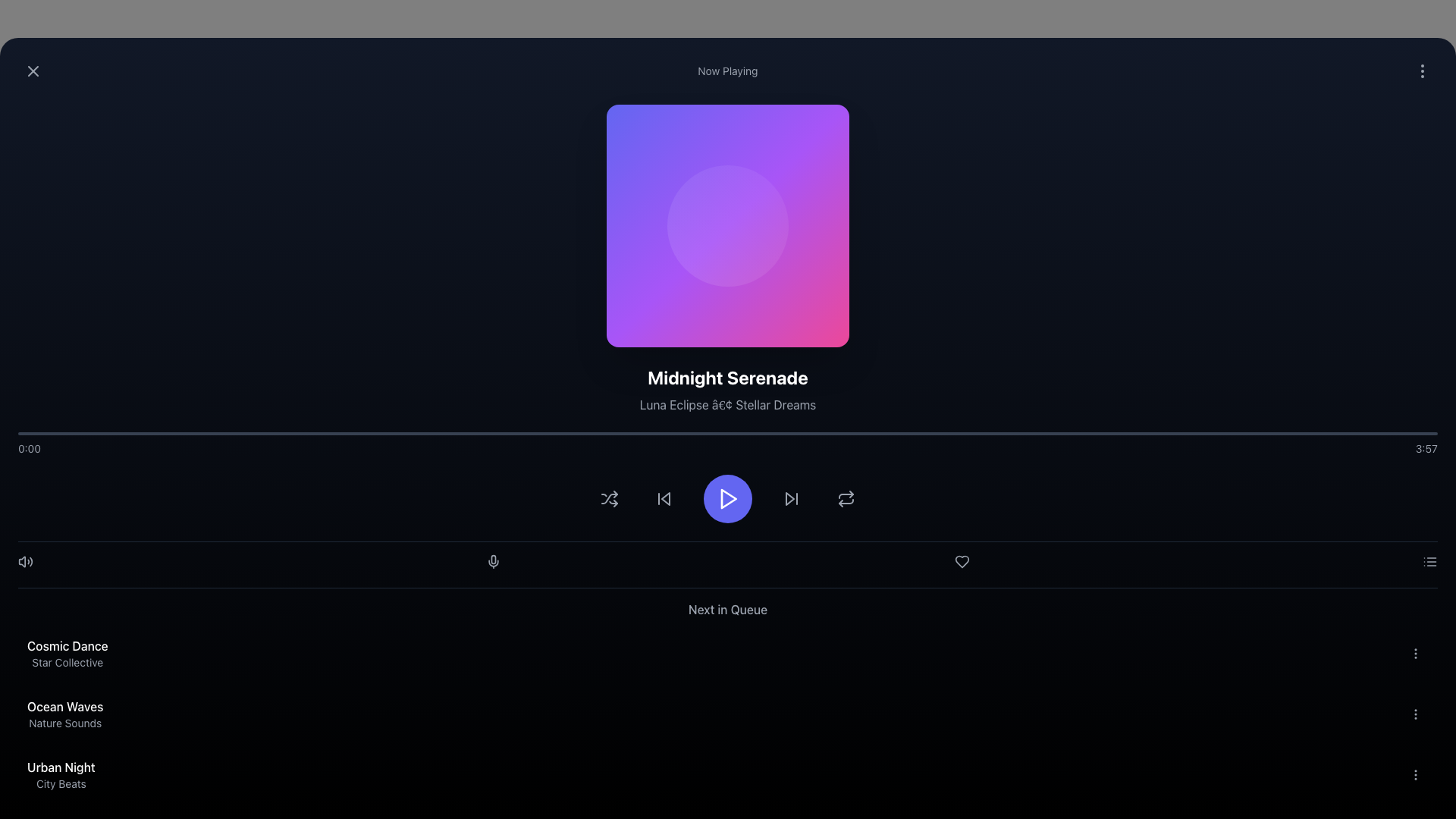 The height and width of the screenshot is (819, 1456). Describe the element at coordinates (1422, 71) in the screenshot. I see `the button represented by a vertically aligned ellipsis icon with three stacked dots located at the far right end of the top navigation bar for keyboard navigation` at that location.